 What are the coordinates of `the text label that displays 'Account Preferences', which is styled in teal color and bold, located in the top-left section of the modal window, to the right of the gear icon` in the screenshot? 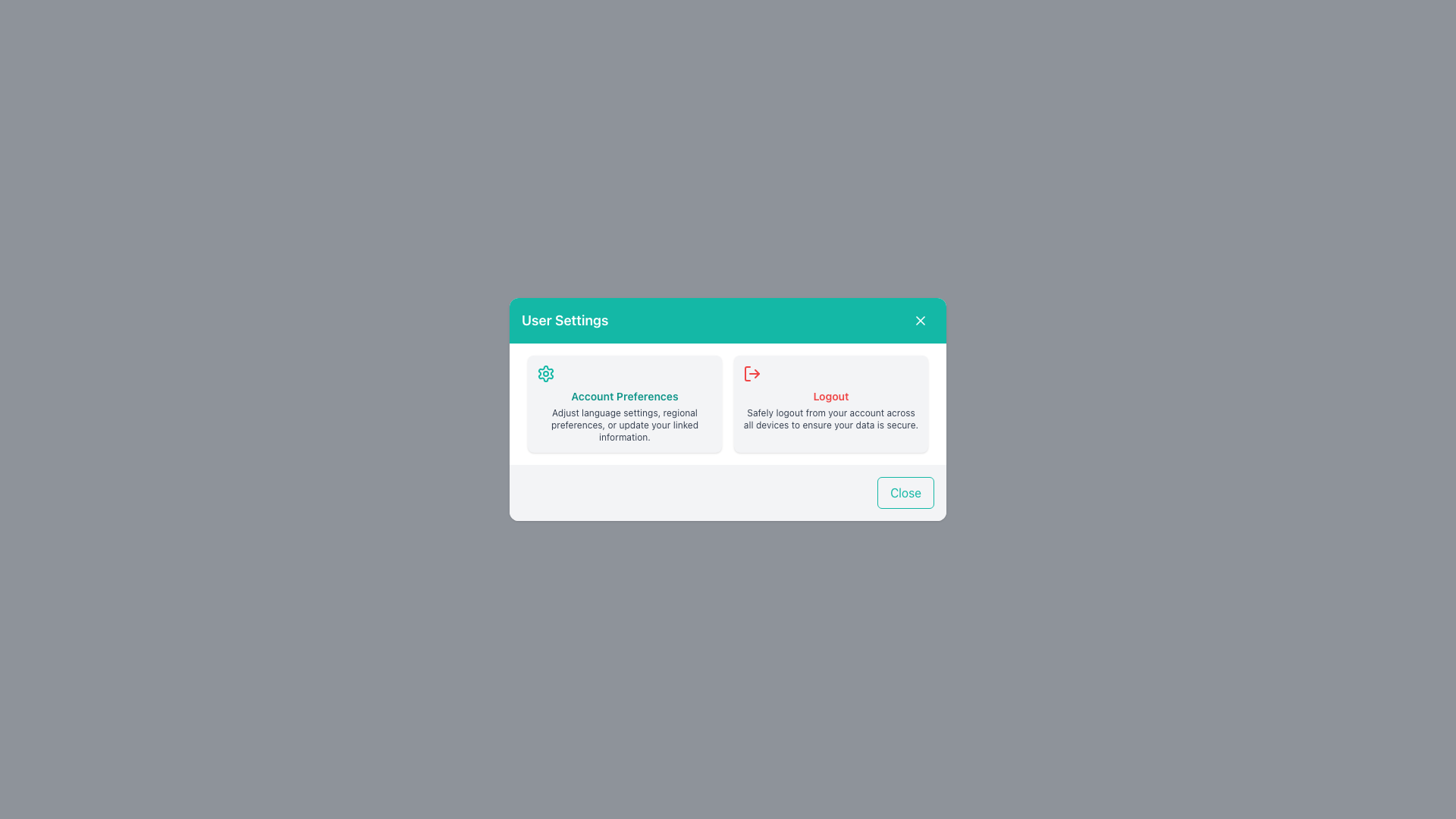 It's located at (625, 396).